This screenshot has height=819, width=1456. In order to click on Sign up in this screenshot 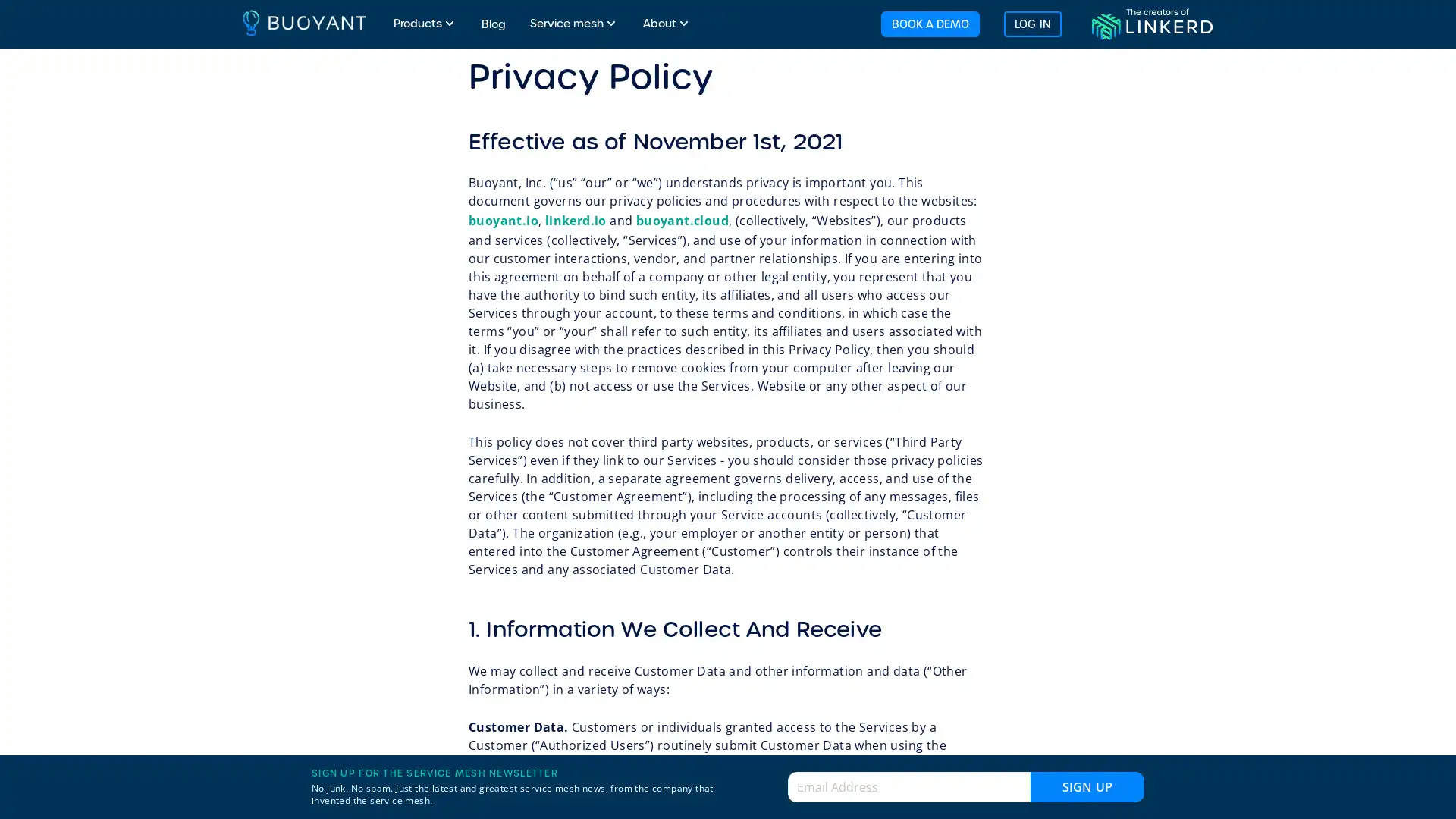, I will do `click(1087, 786)`.